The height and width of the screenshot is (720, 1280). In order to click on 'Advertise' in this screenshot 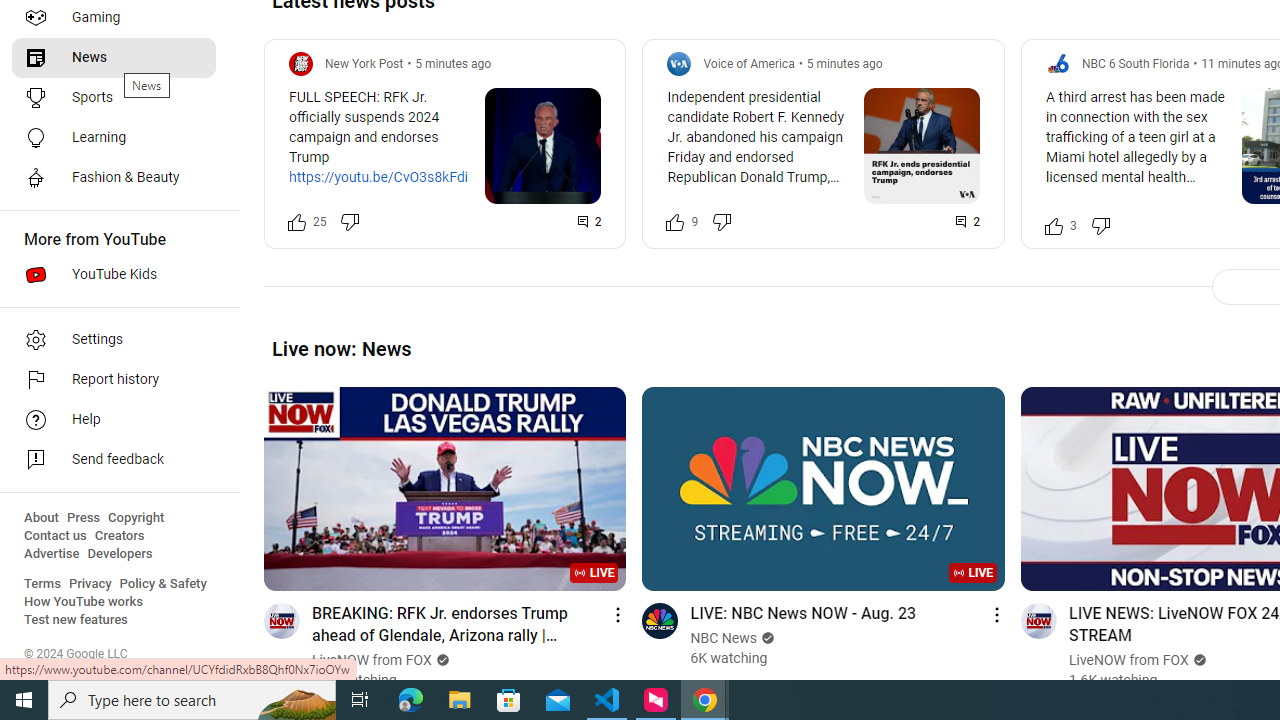, I will do `click(51, 554)`.